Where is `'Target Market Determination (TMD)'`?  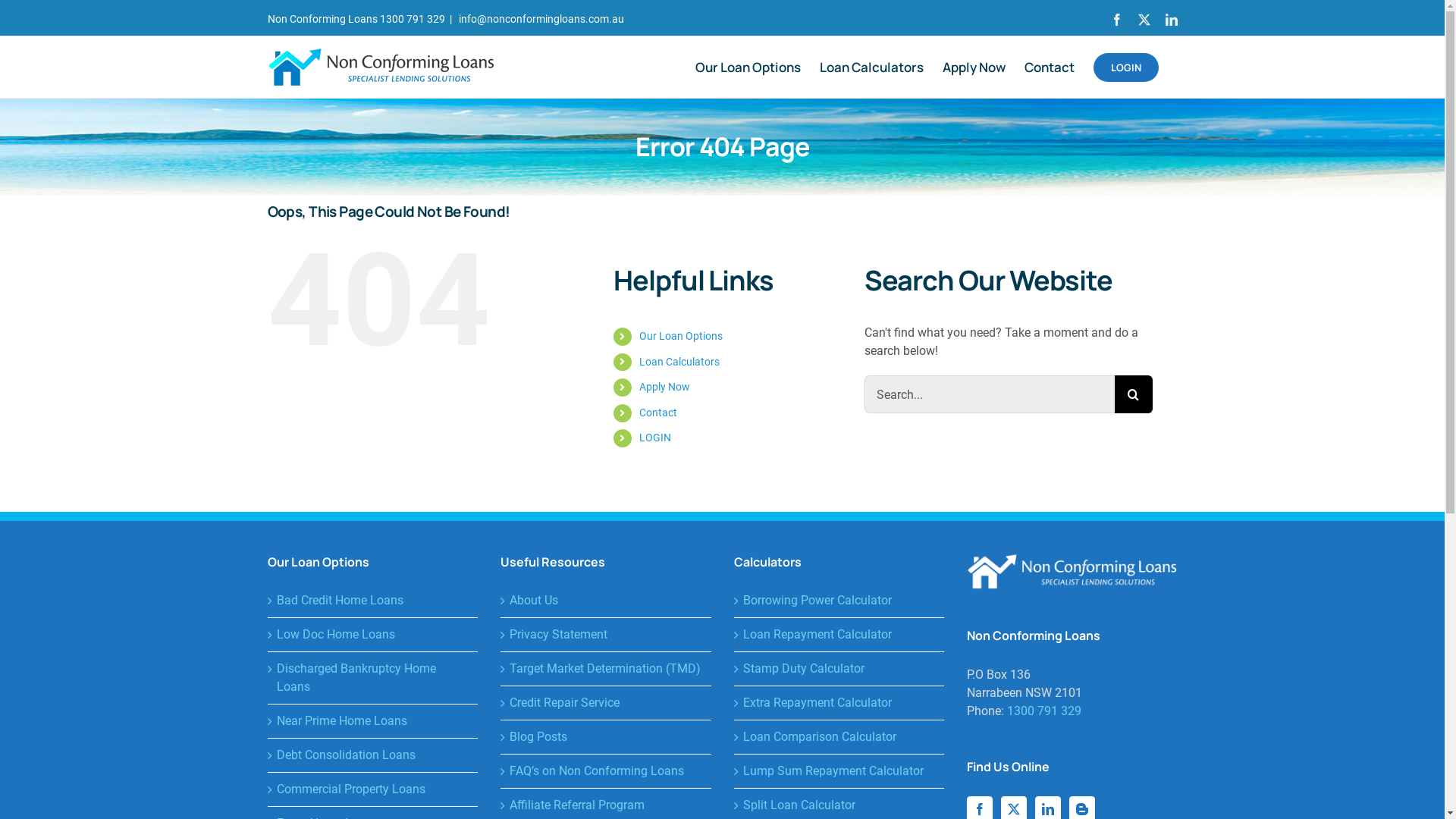 'Target Market Determination (TMD)' is located at coordinates (607, 668).